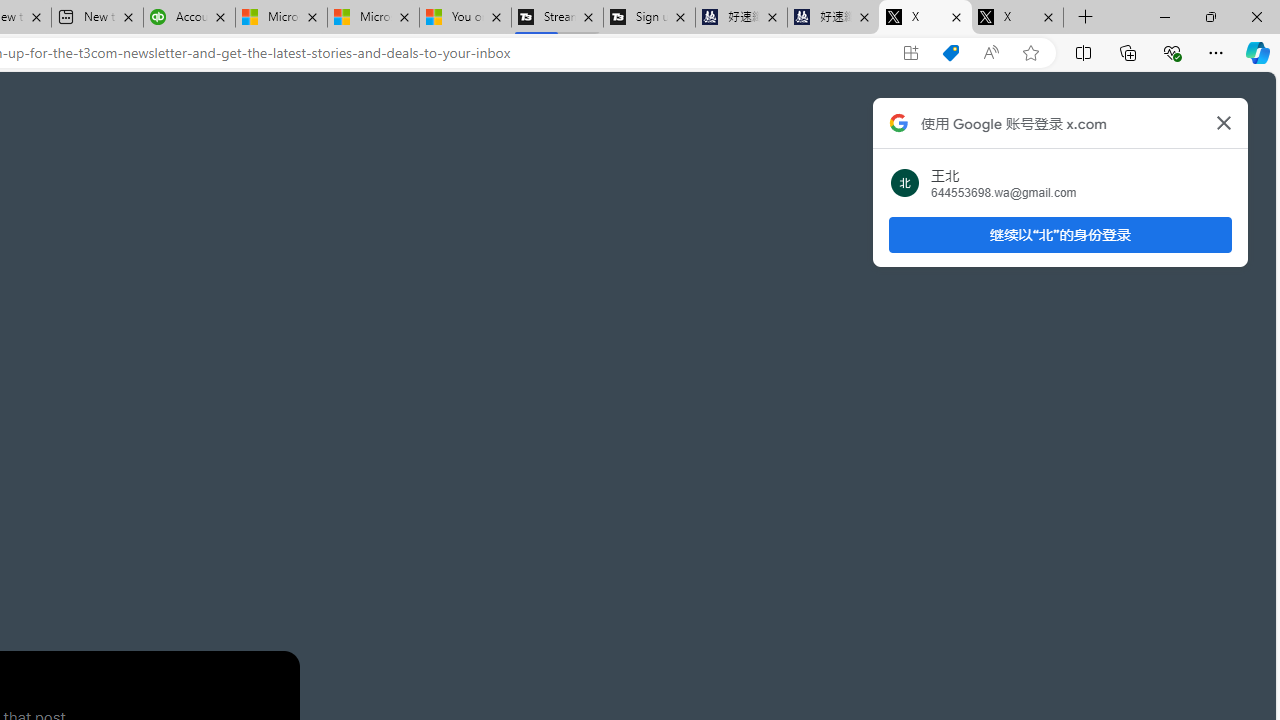 This screenshot has width=1280, height=720. I want to click on 'Shopping in Microsoft Edge', so click(950, 52).